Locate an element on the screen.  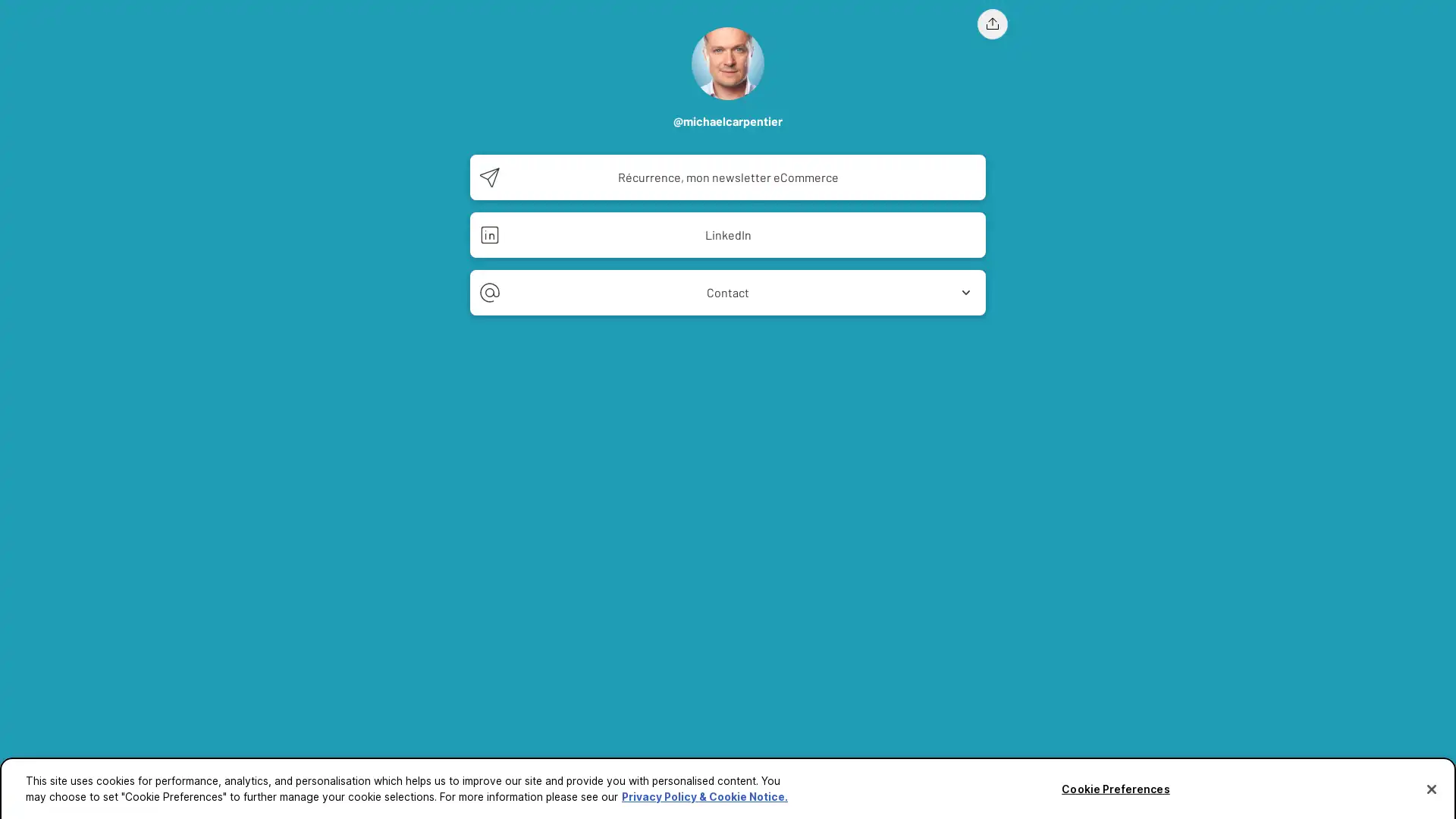
Close is located at coordinates (1430, 783).